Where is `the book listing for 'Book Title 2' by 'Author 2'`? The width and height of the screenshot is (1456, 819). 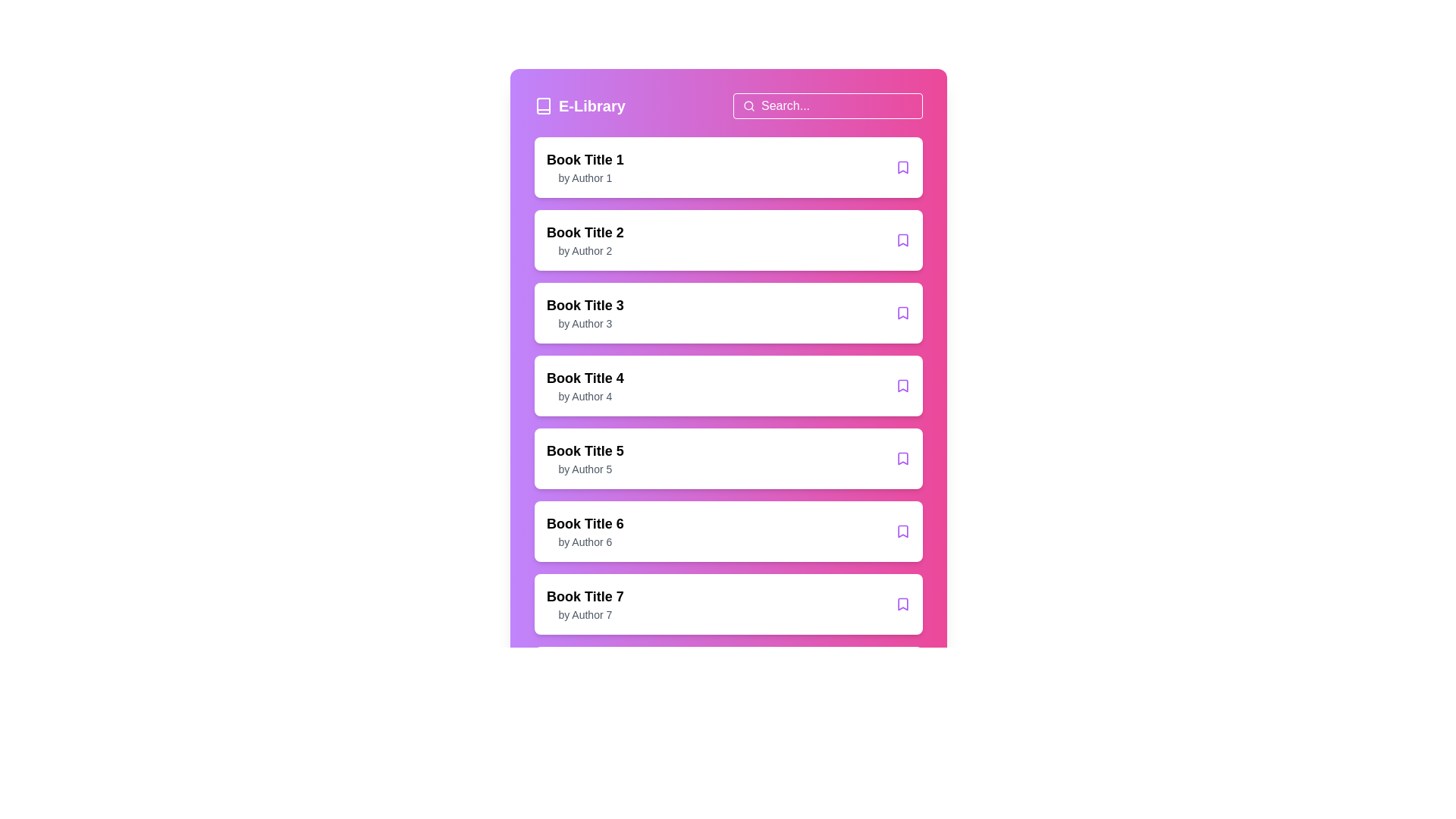
the book listing for 'Book Title 2' by 'Author 2' is located at coordinates (728, 239).